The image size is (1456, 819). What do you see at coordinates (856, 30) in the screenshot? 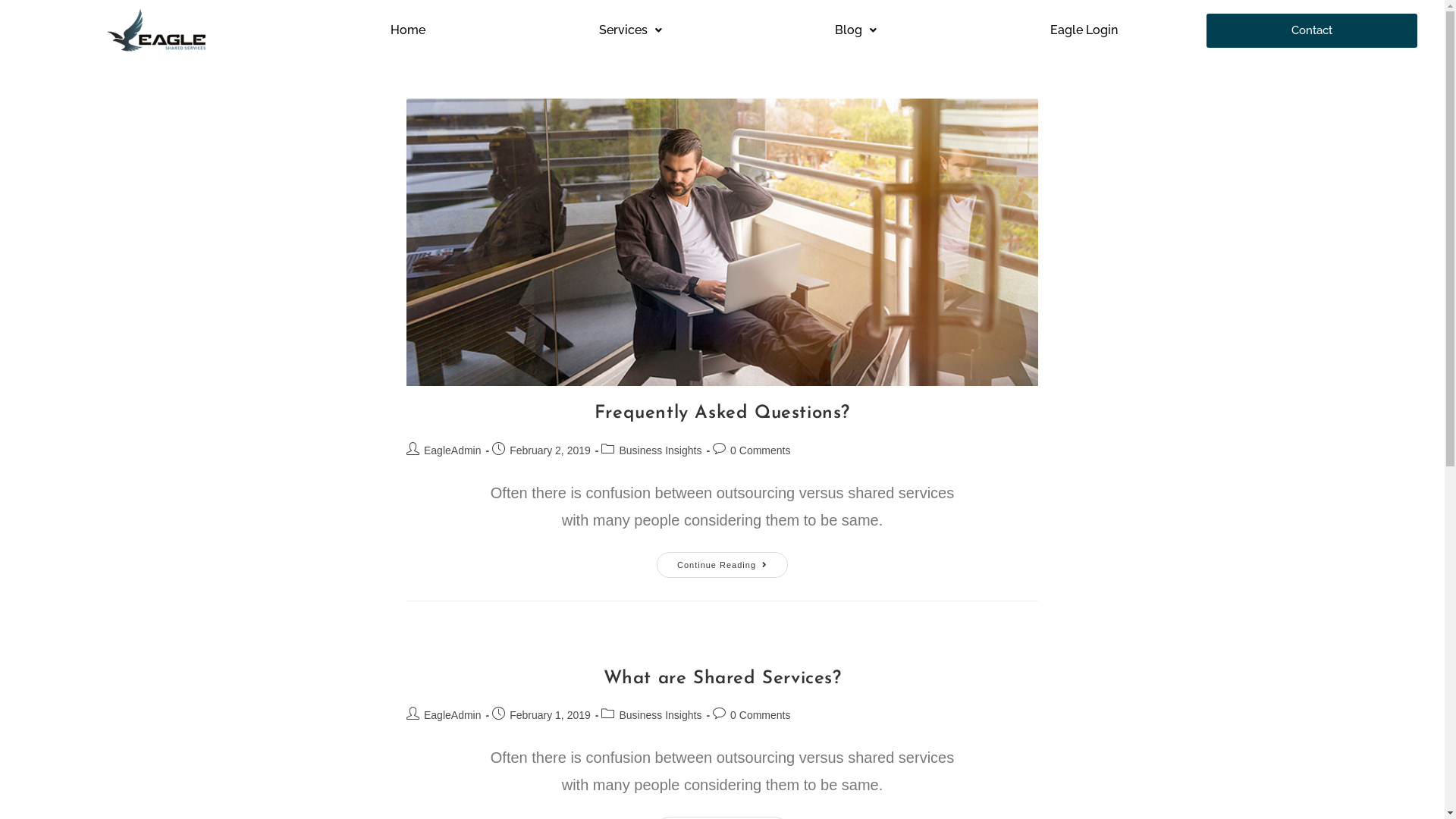
I see `'Blog'` at bounding box center [856, 30].